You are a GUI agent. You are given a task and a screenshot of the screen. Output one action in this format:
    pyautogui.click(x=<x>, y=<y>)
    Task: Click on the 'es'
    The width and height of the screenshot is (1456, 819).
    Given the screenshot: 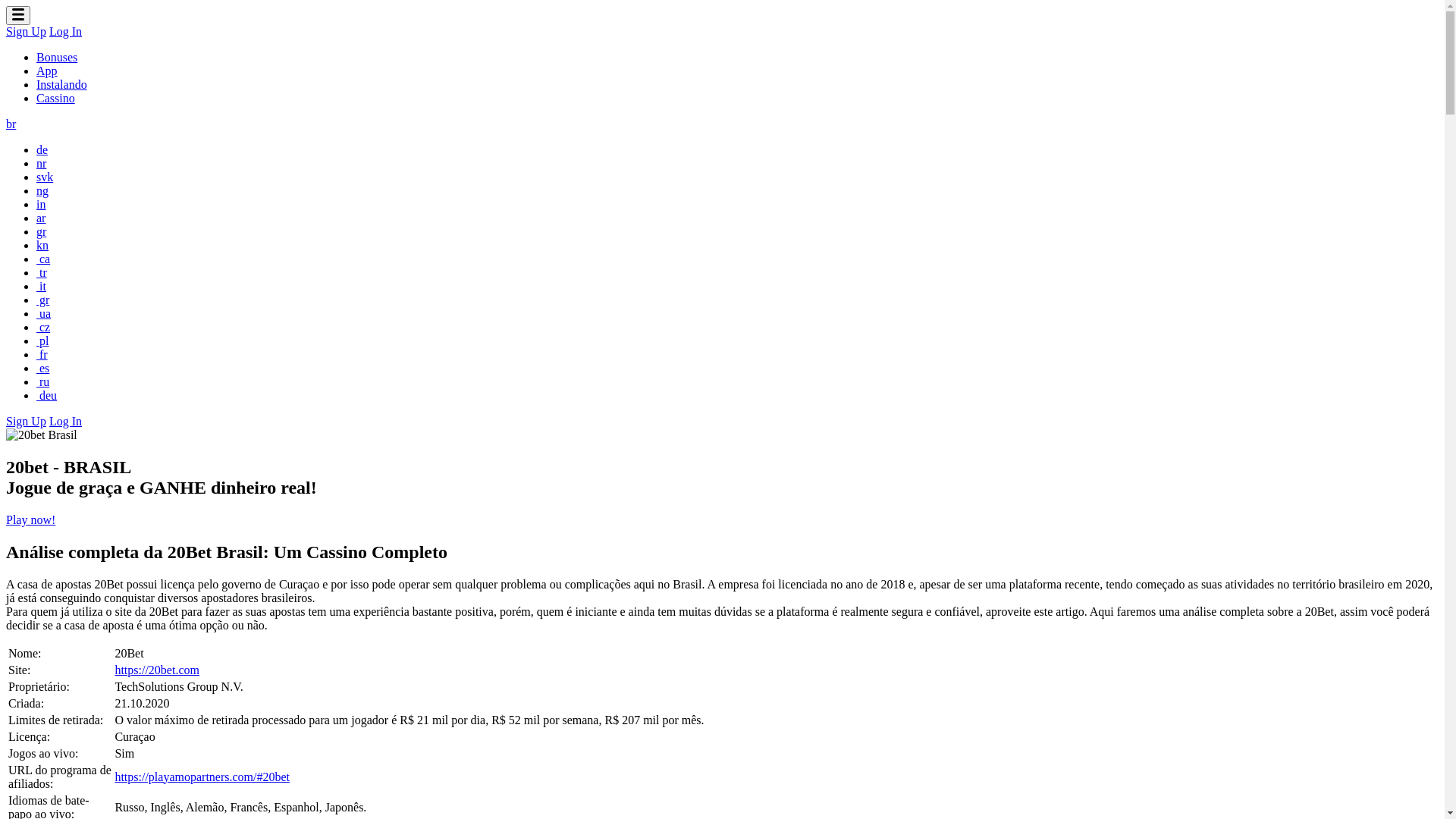 What is the action you would take?
    pyautogui.click(x=42, y=368)
    